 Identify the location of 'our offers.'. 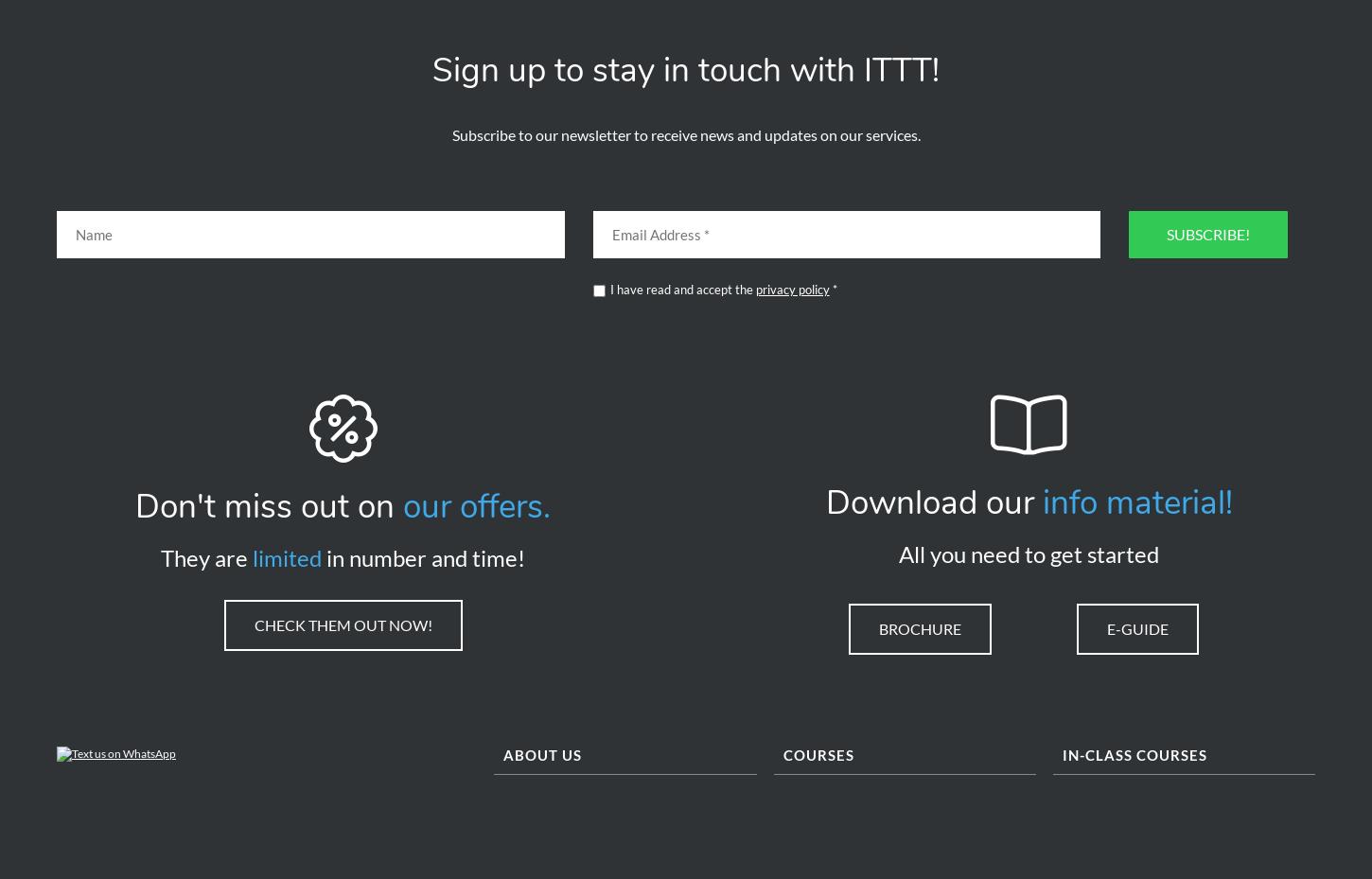
(477, 513).